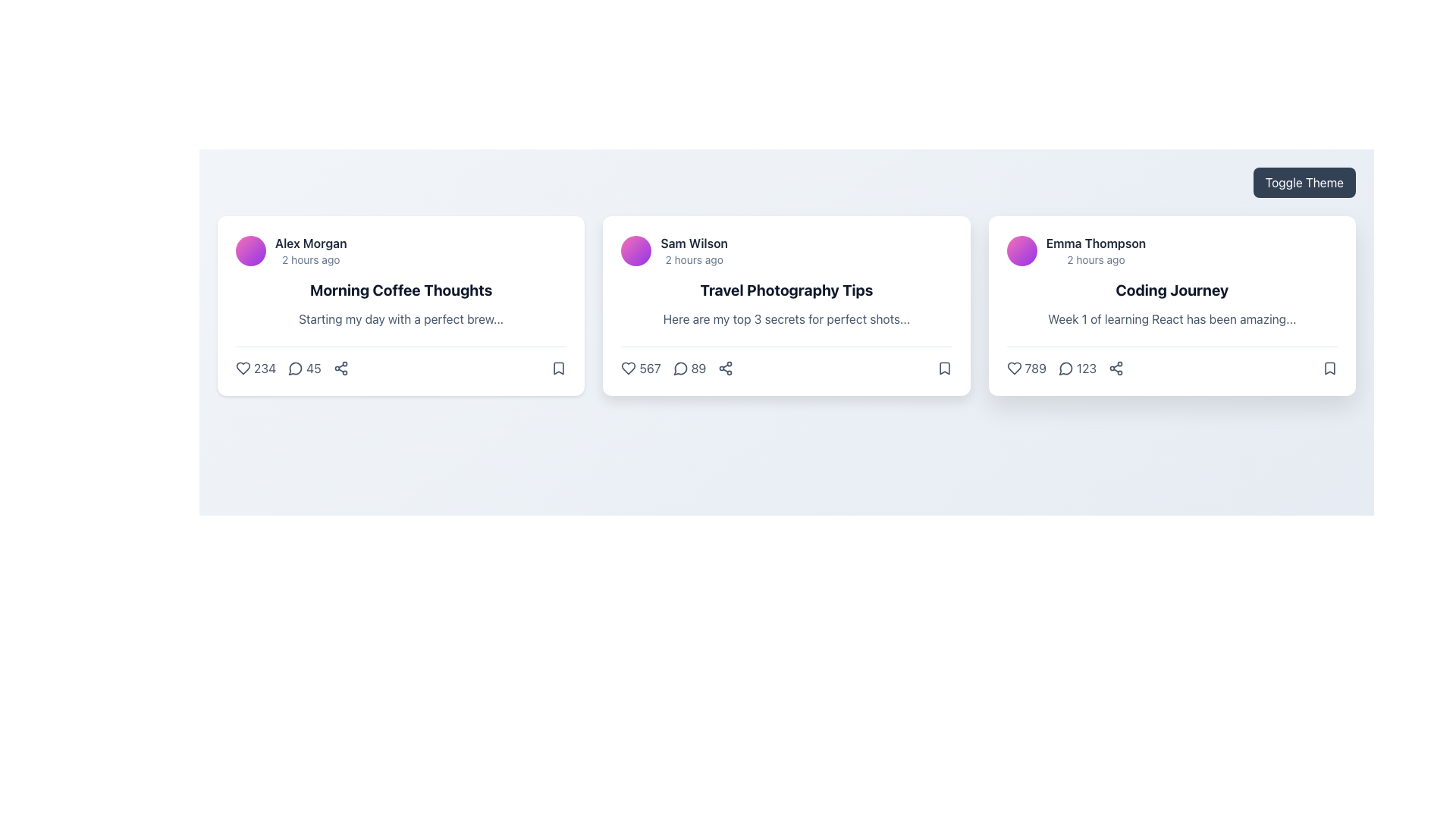  I want to click on the heart icon located at the bottom-left of the rightmost card for the post by 'Emma Thompson', so click(1014, 369).